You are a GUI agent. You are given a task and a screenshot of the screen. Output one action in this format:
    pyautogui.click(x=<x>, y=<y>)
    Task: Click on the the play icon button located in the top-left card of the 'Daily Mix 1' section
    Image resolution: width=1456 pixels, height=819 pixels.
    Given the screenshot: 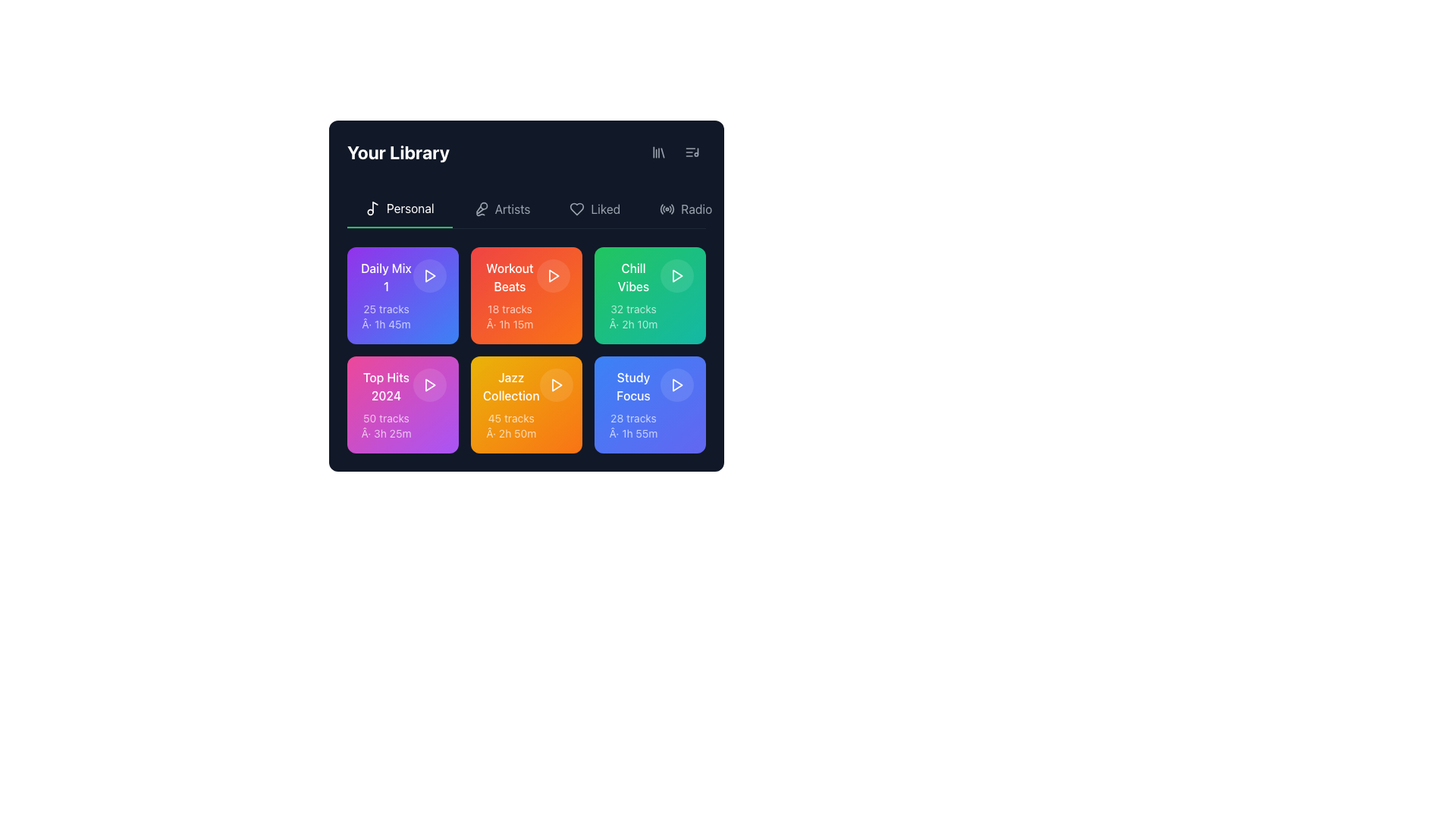 What is the action you would take?
    pyautogui.click(x=428, y=275)
    